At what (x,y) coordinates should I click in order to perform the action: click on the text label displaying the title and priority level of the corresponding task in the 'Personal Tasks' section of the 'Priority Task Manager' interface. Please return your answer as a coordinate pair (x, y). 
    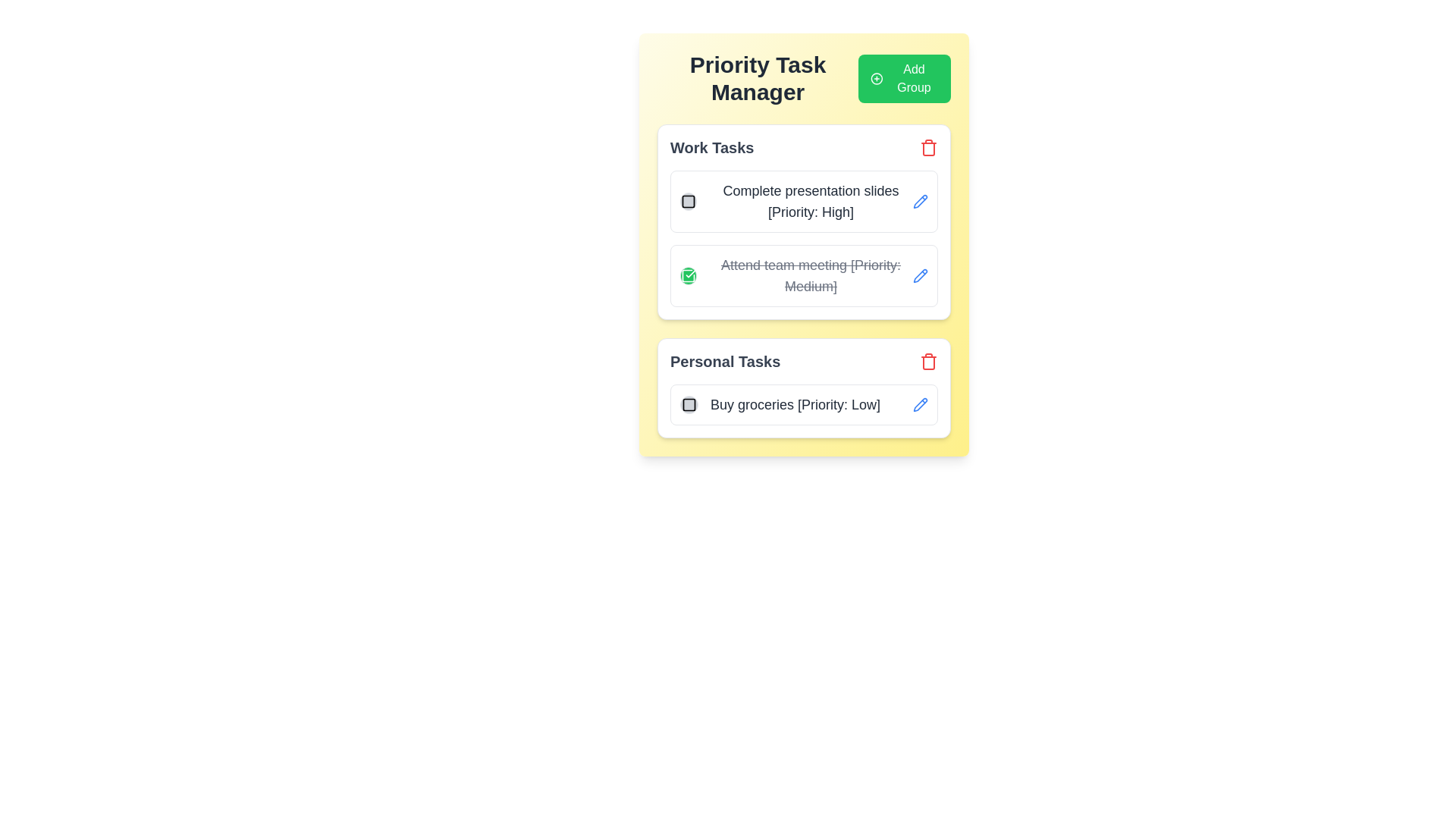
    Looking at the image, I should click on (795, 403).